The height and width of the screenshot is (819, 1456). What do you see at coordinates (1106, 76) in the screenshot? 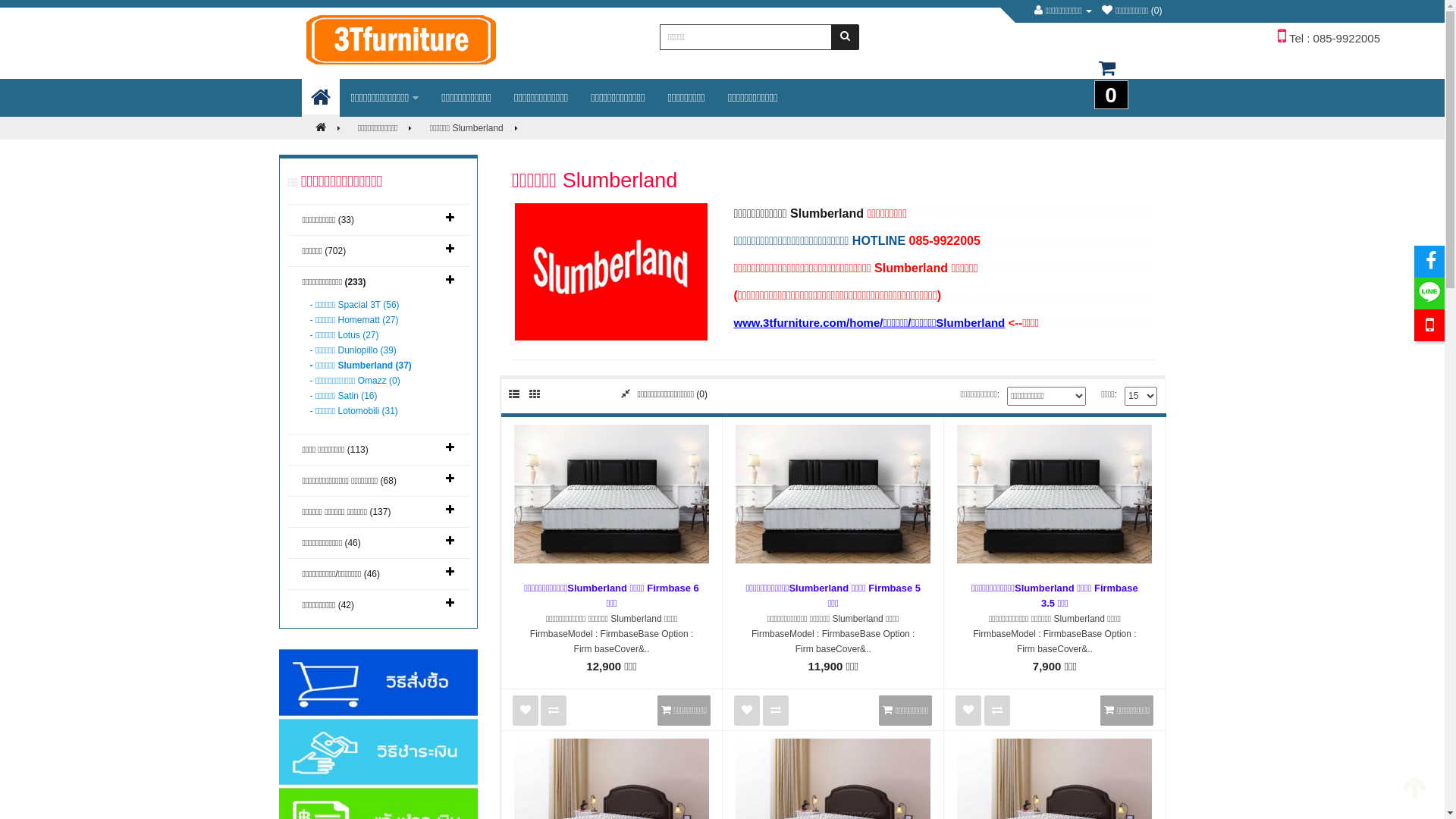
I see `'0'` at bounding box center [1106, 76].